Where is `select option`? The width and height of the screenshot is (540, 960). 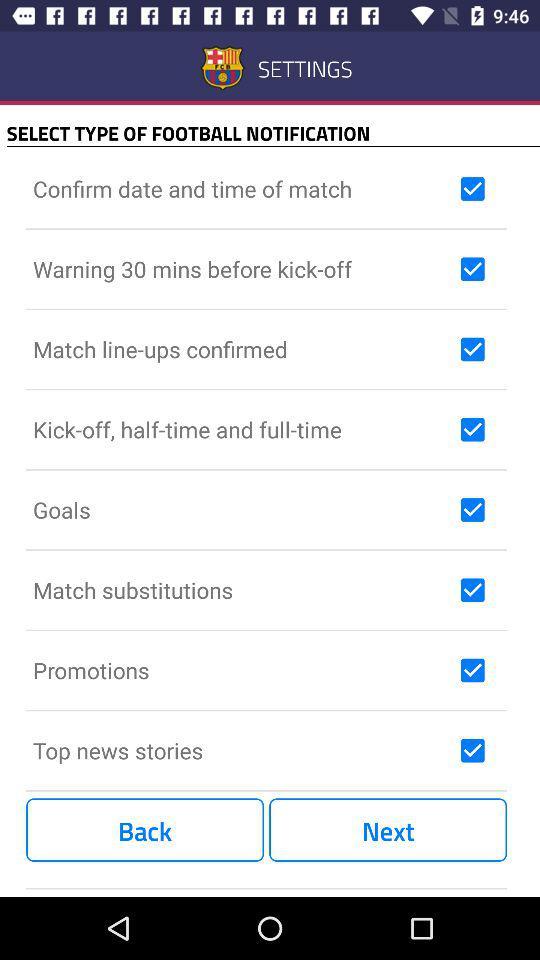 select option is located at coordinates (472, 349).